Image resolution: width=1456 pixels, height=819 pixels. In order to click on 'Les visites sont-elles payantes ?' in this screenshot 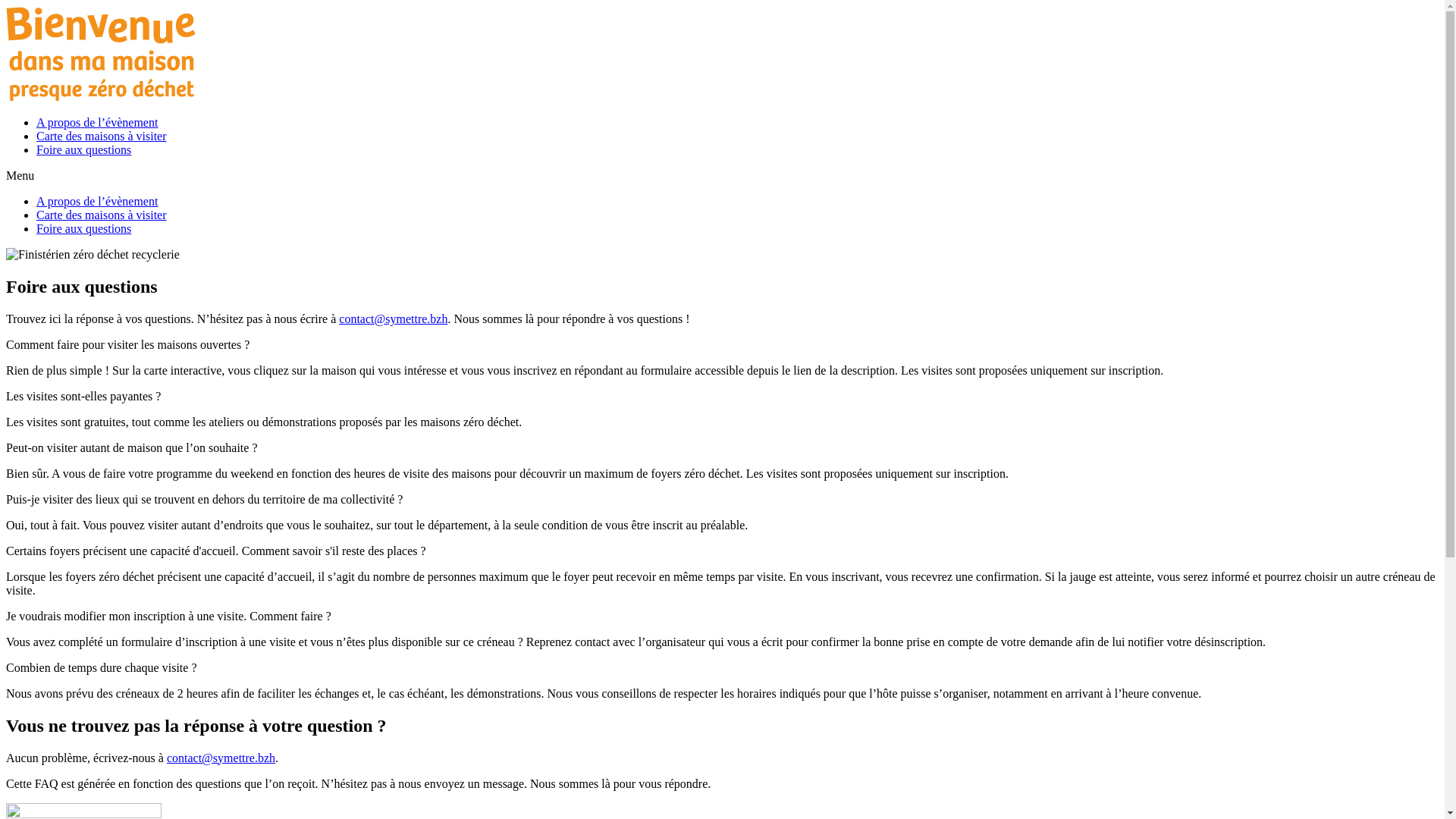, I will do `click(6, 395)`.